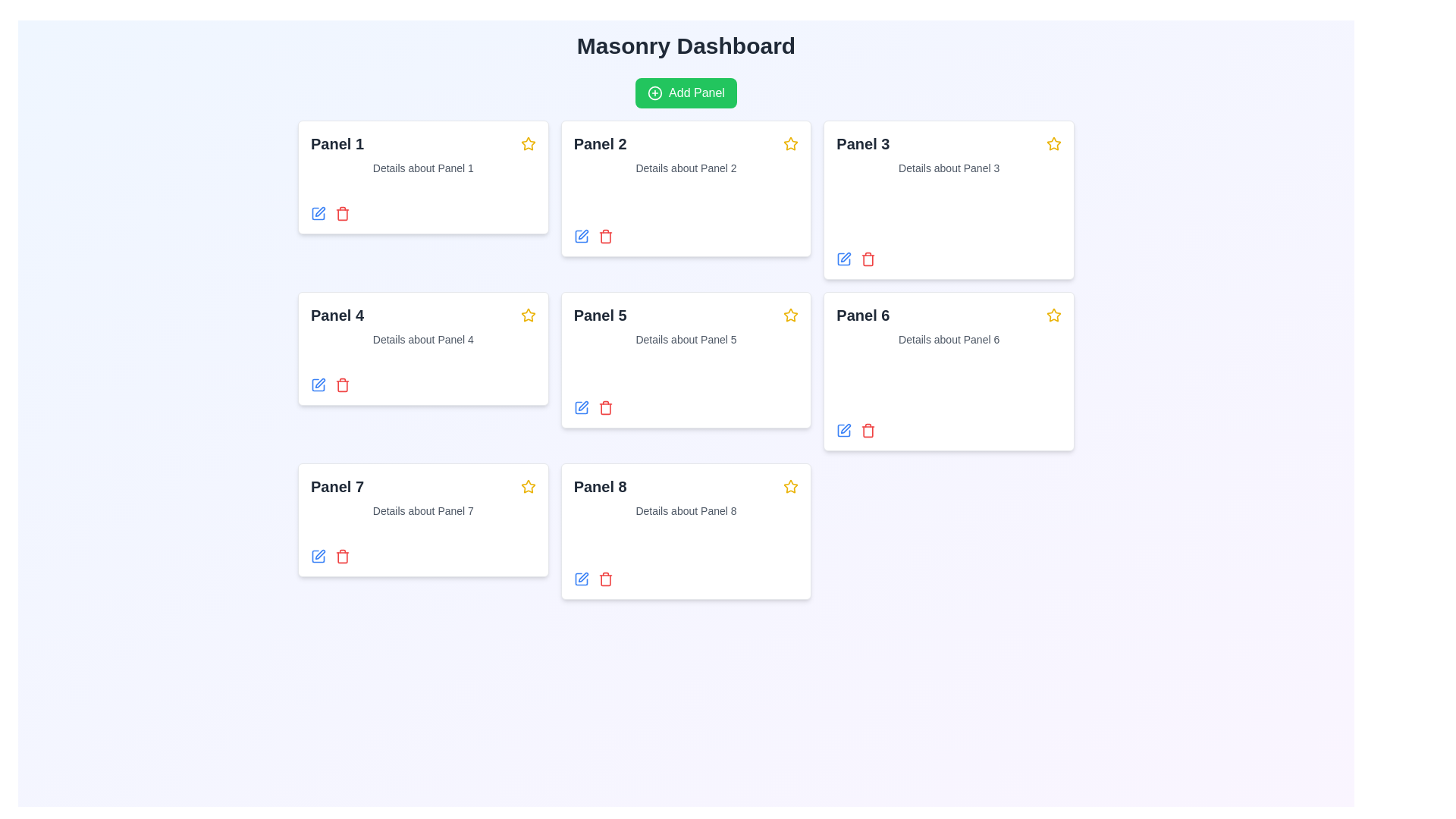 The image size is (1456, 819). Describe the element at coordinates (423, 511) in the screenshot. I see `the descriptive Text label located in the center of the 'Panel 7' card in the 'Masonry Dashboard', which provides details about its content` at that location.